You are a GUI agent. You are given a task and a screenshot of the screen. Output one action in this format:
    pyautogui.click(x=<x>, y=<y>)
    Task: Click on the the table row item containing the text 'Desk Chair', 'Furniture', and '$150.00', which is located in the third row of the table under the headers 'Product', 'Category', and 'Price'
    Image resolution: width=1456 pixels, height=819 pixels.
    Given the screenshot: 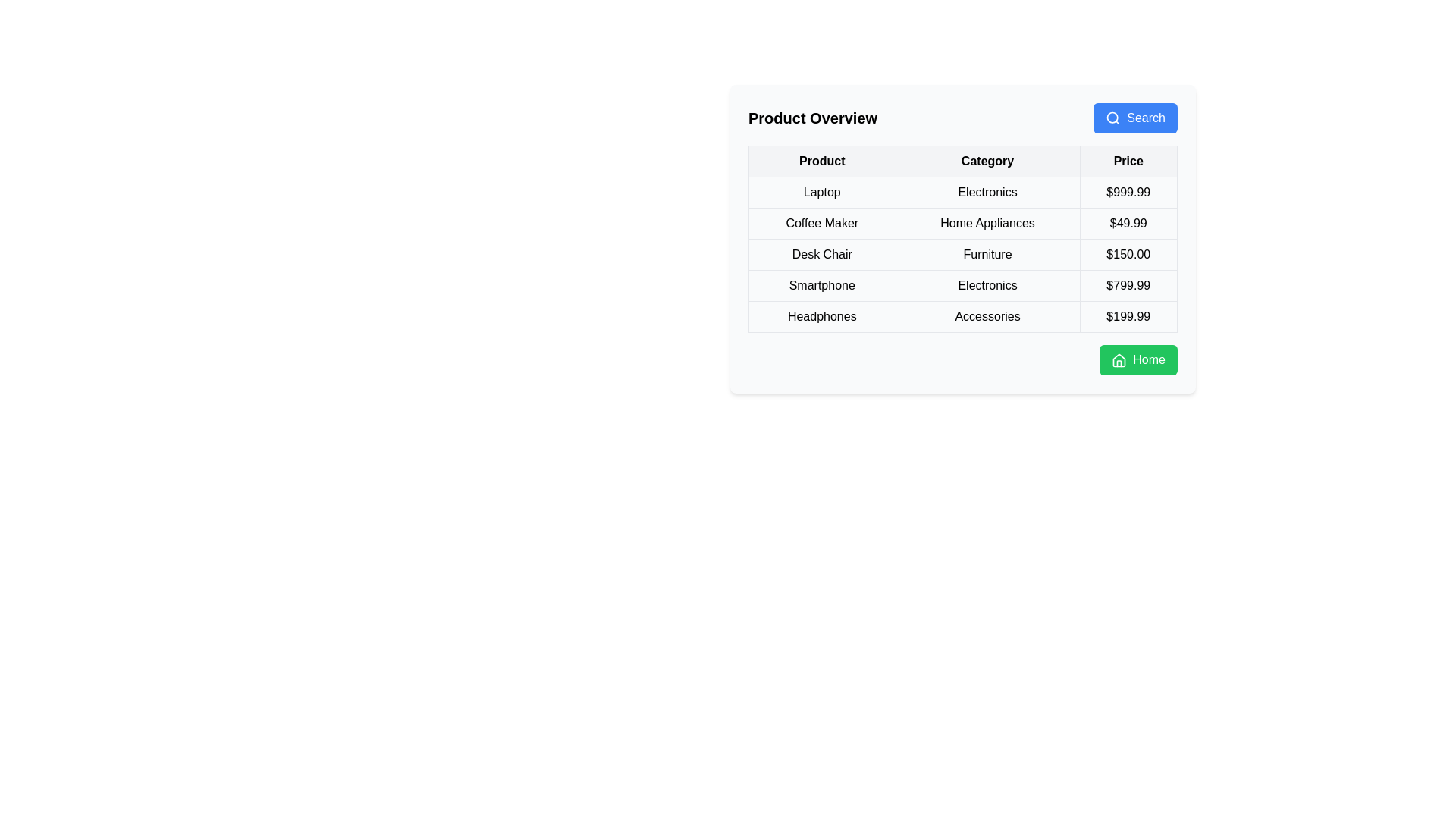 What is the action you would take?
    pyautogui.click(x=962, y=253)
    